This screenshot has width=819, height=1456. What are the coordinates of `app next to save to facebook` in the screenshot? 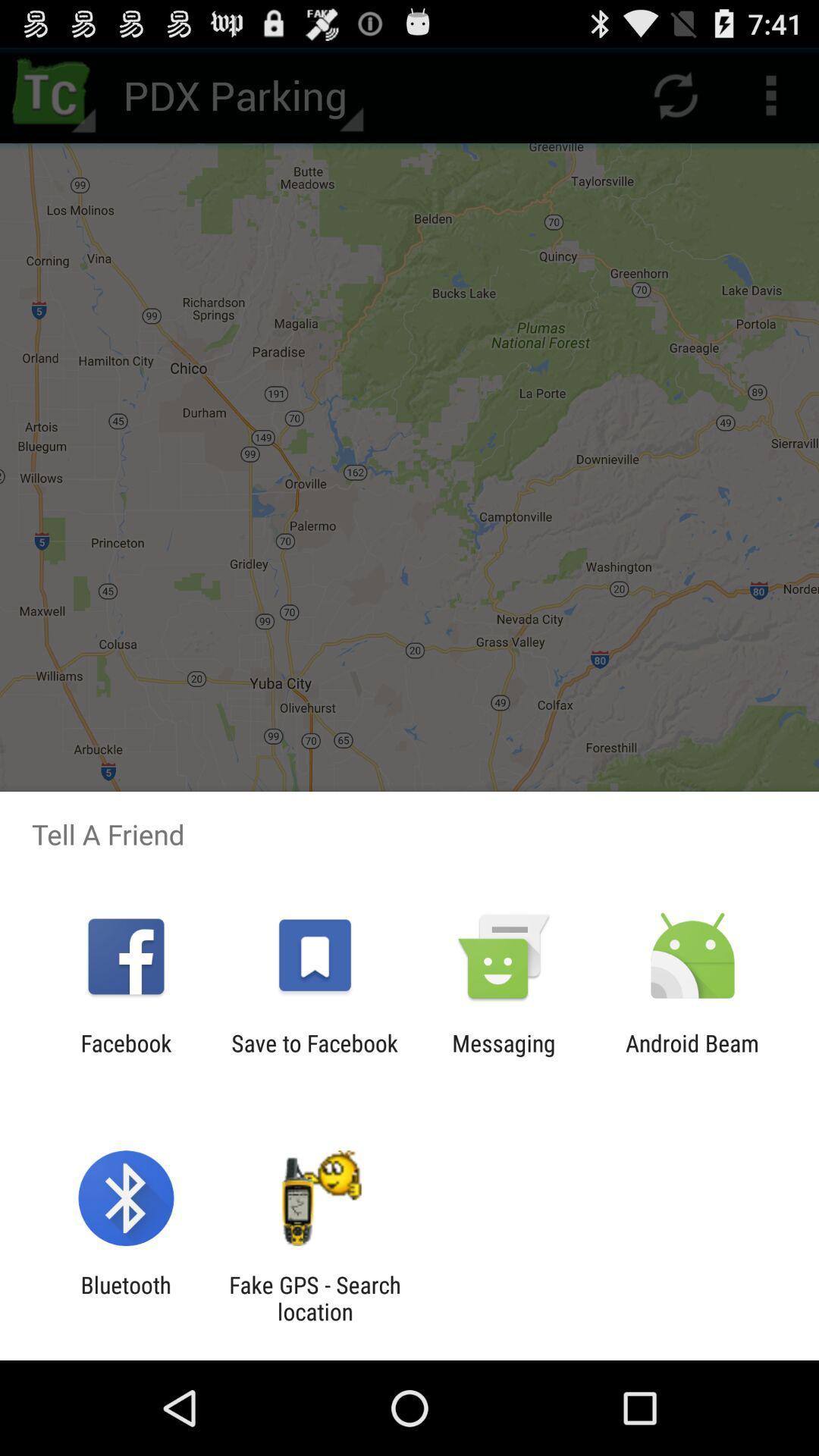 It's located at (504, 1056).